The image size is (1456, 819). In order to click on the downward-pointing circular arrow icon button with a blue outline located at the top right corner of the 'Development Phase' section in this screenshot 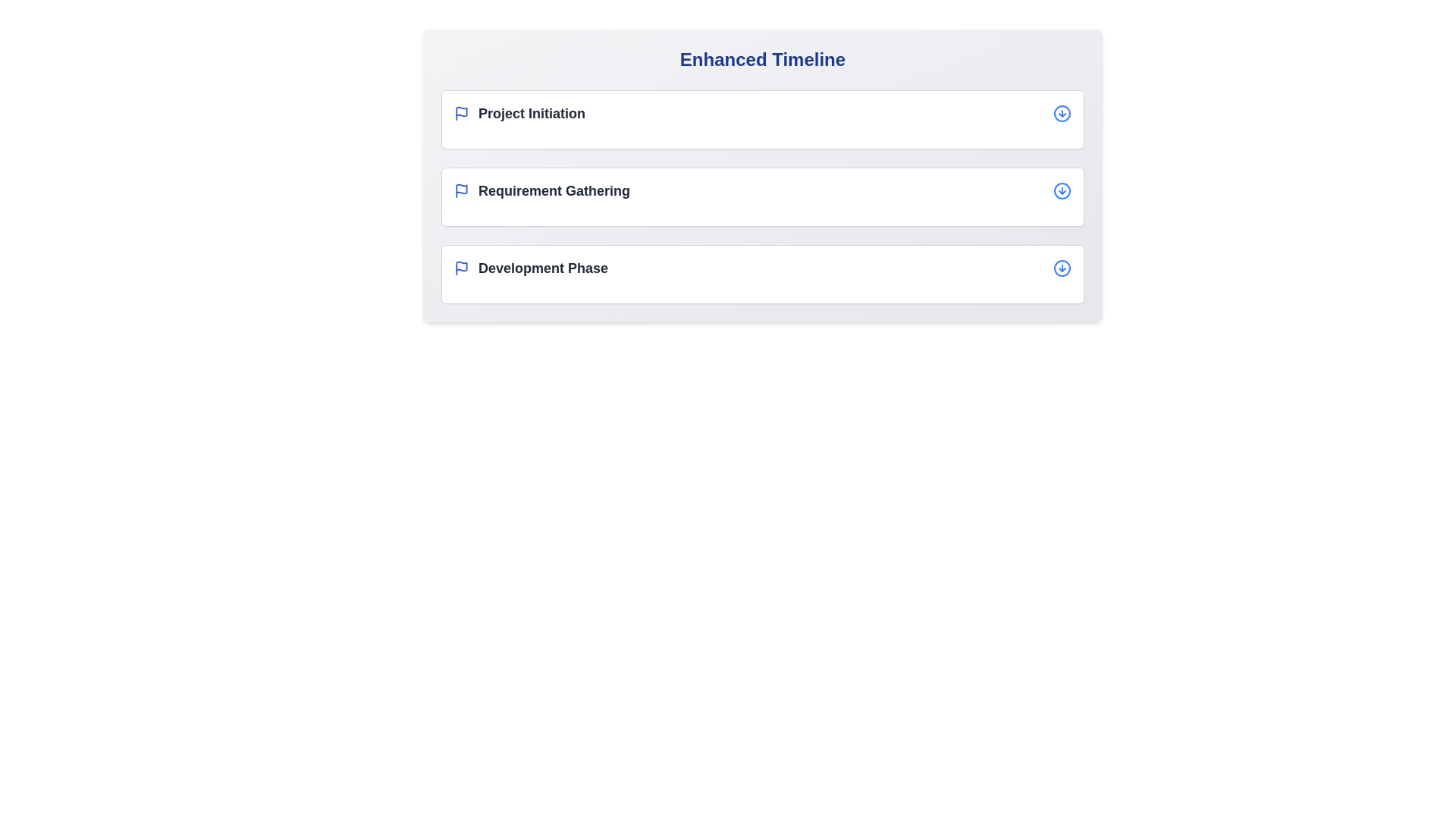, I will do `click(1062, 268)`.